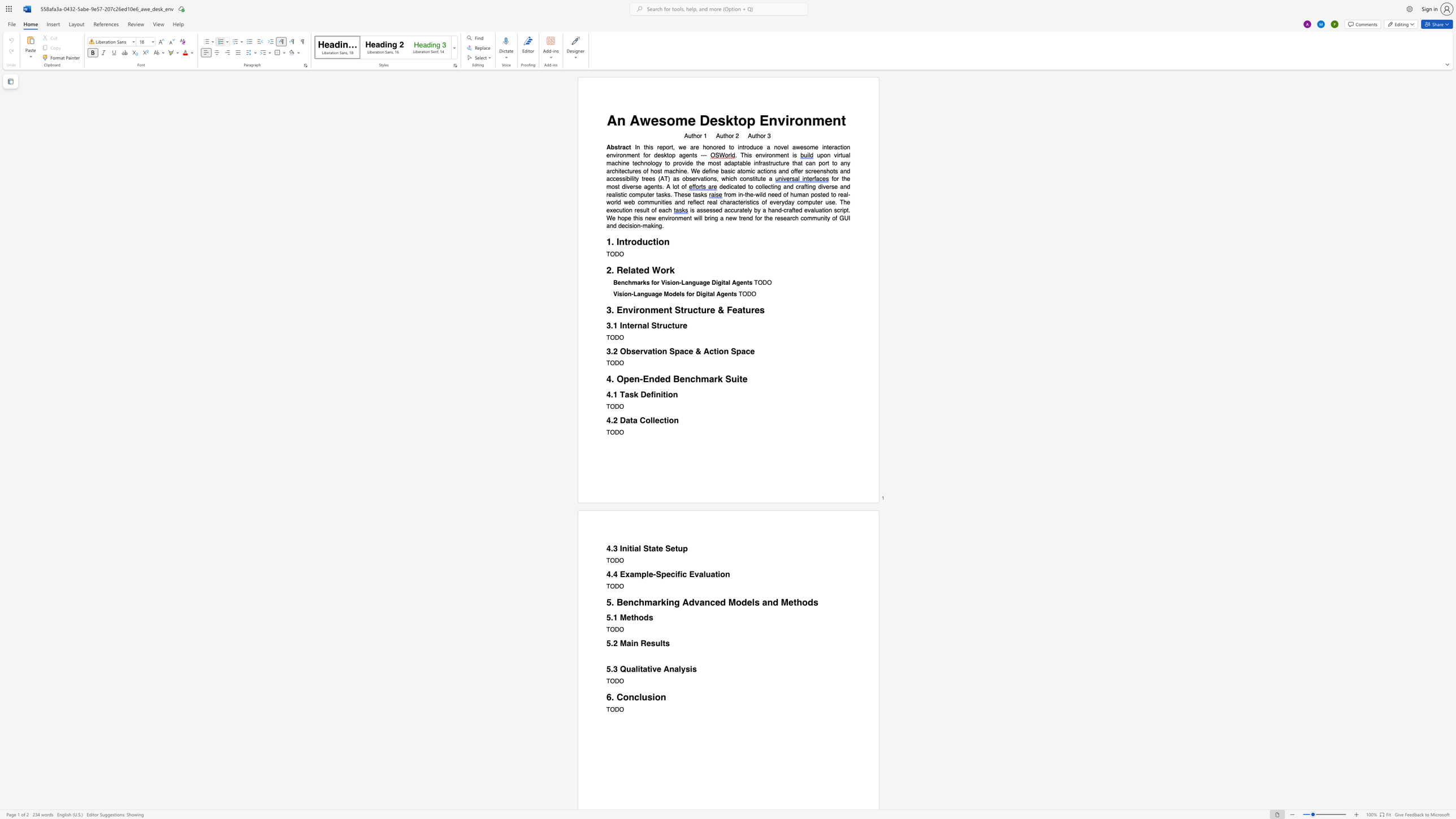 This screenshot has width=1456, height=819. What do you see at coordinates (635, 351) in the screenshot?
I see `the space between the continuous character "s" and "e" in the text` at bounding box center [635, 351].